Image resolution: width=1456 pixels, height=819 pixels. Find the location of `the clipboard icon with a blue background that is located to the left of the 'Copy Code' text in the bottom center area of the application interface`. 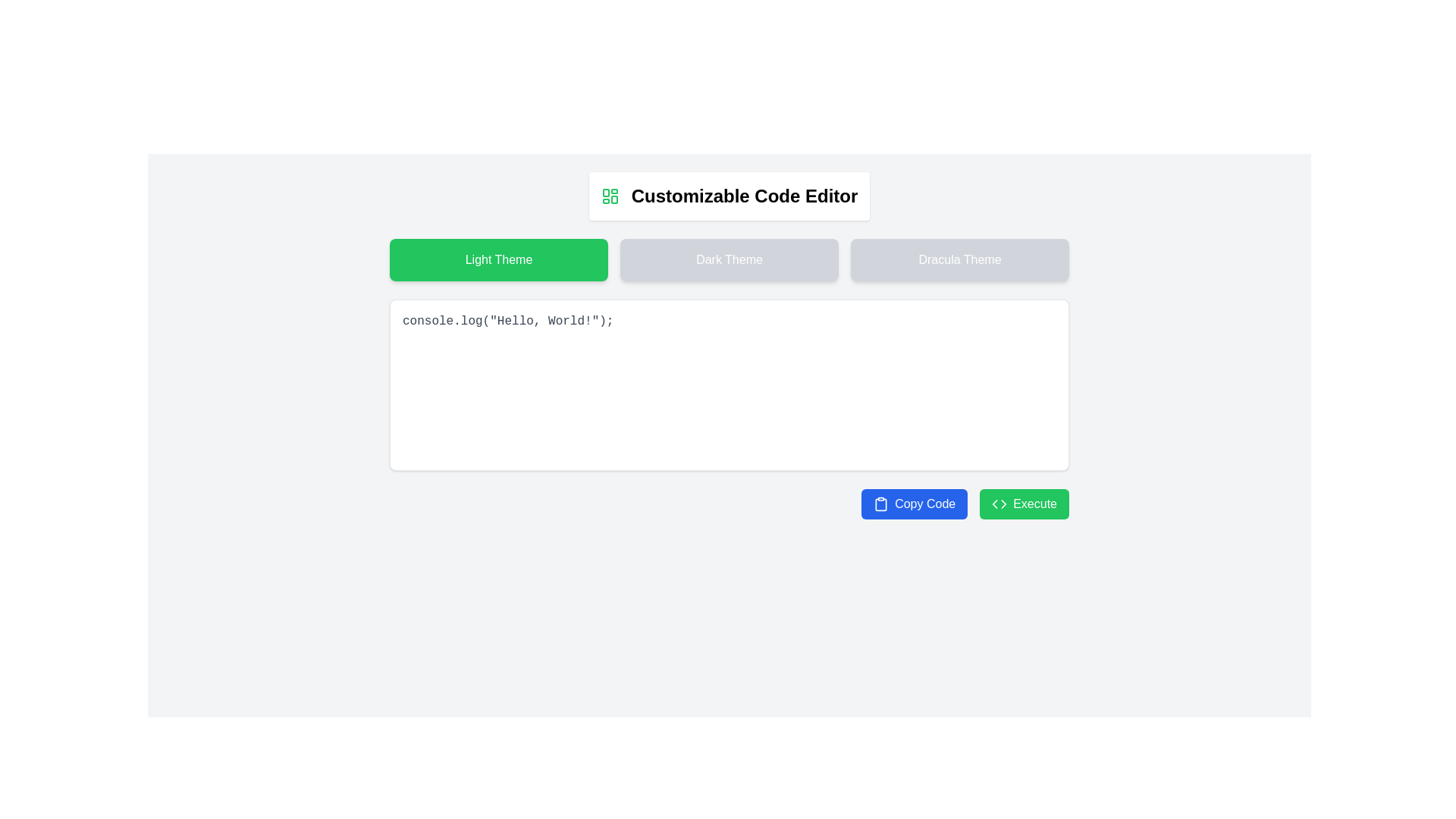

the clipboard icon with a blue background that is located to the left of the 'Copy Code' text in the bottom center area of the application interface is located at coordinates (881, 504).